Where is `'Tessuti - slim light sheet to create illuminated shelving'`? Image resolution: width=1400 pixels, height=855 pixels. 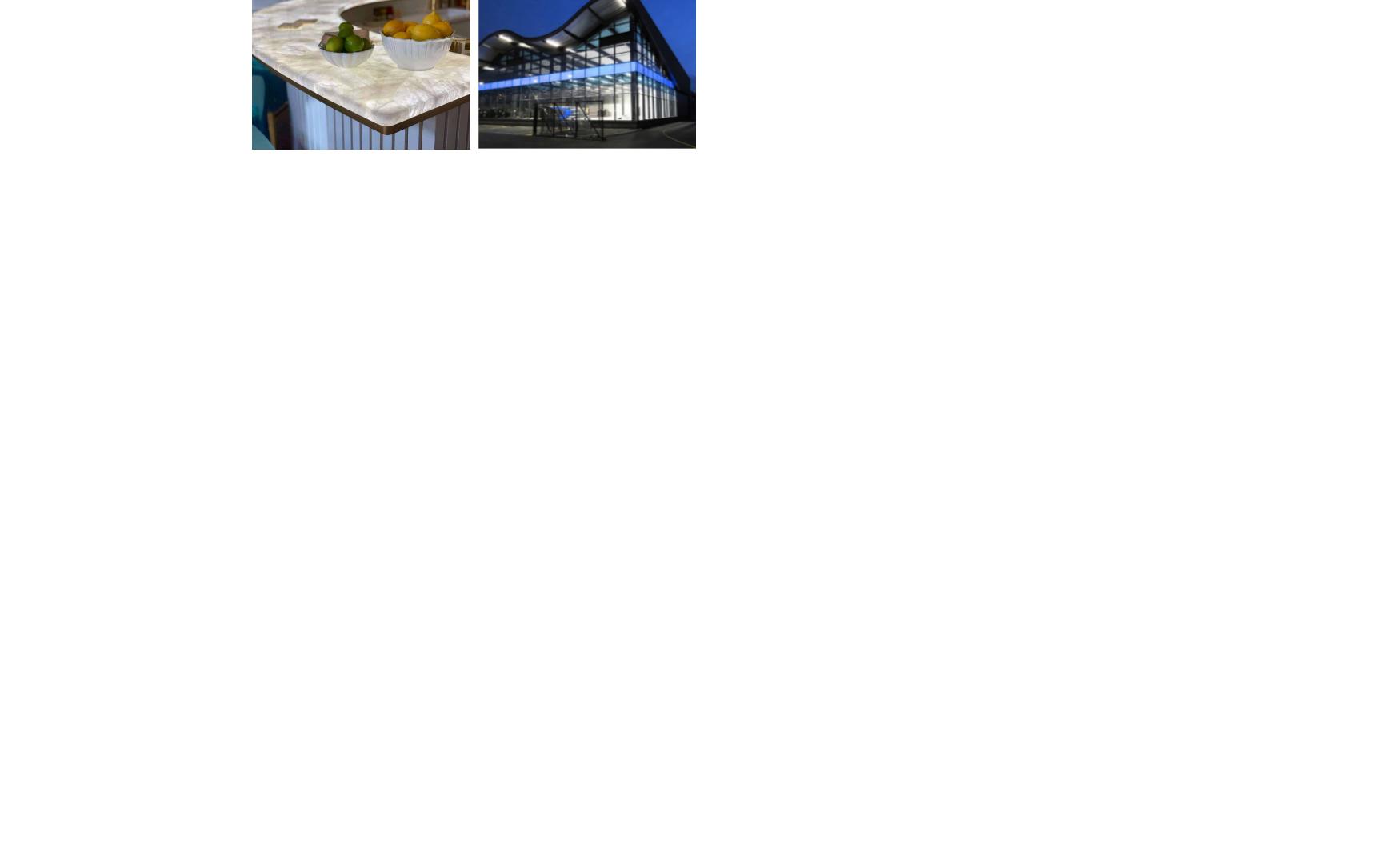
'Tessuti - slim light sheet to create illuminated shelving' is located at coordinates (356, 679).